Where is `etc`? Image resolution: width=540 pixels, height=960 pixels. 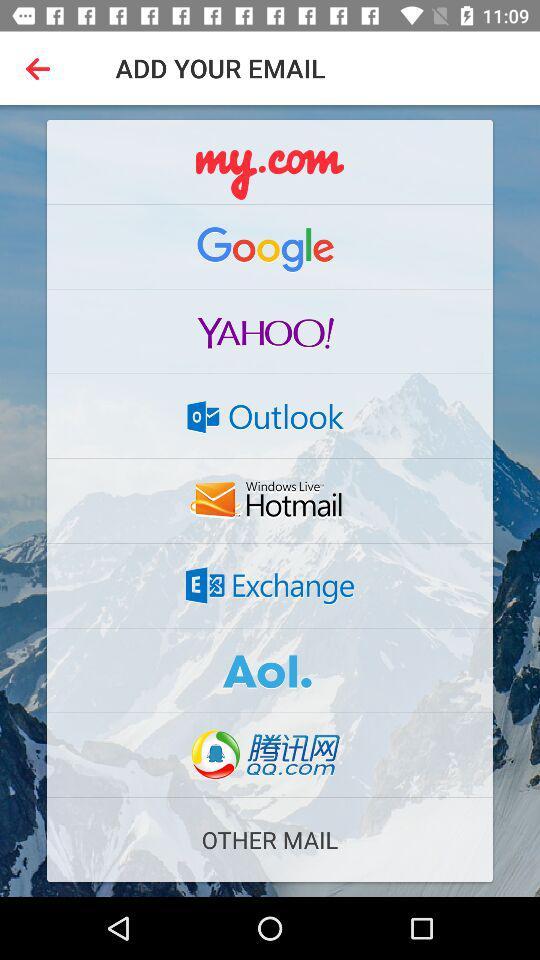
etc is located at coordinates (270, 161).